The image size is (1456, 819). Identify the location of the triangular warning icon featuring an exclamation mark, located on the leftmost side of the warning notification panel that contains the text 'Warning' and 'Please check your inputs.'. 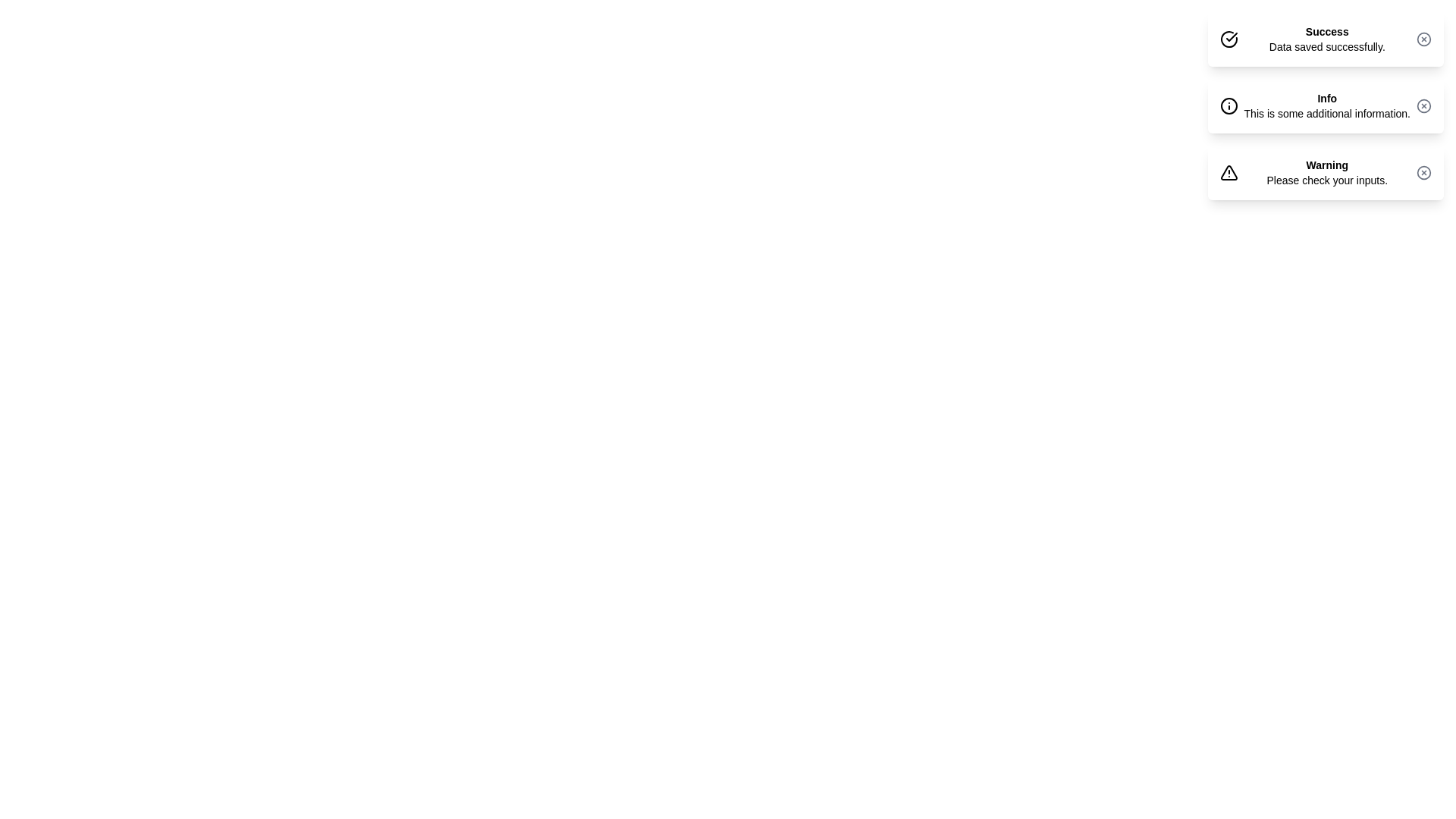
(1232, 171).